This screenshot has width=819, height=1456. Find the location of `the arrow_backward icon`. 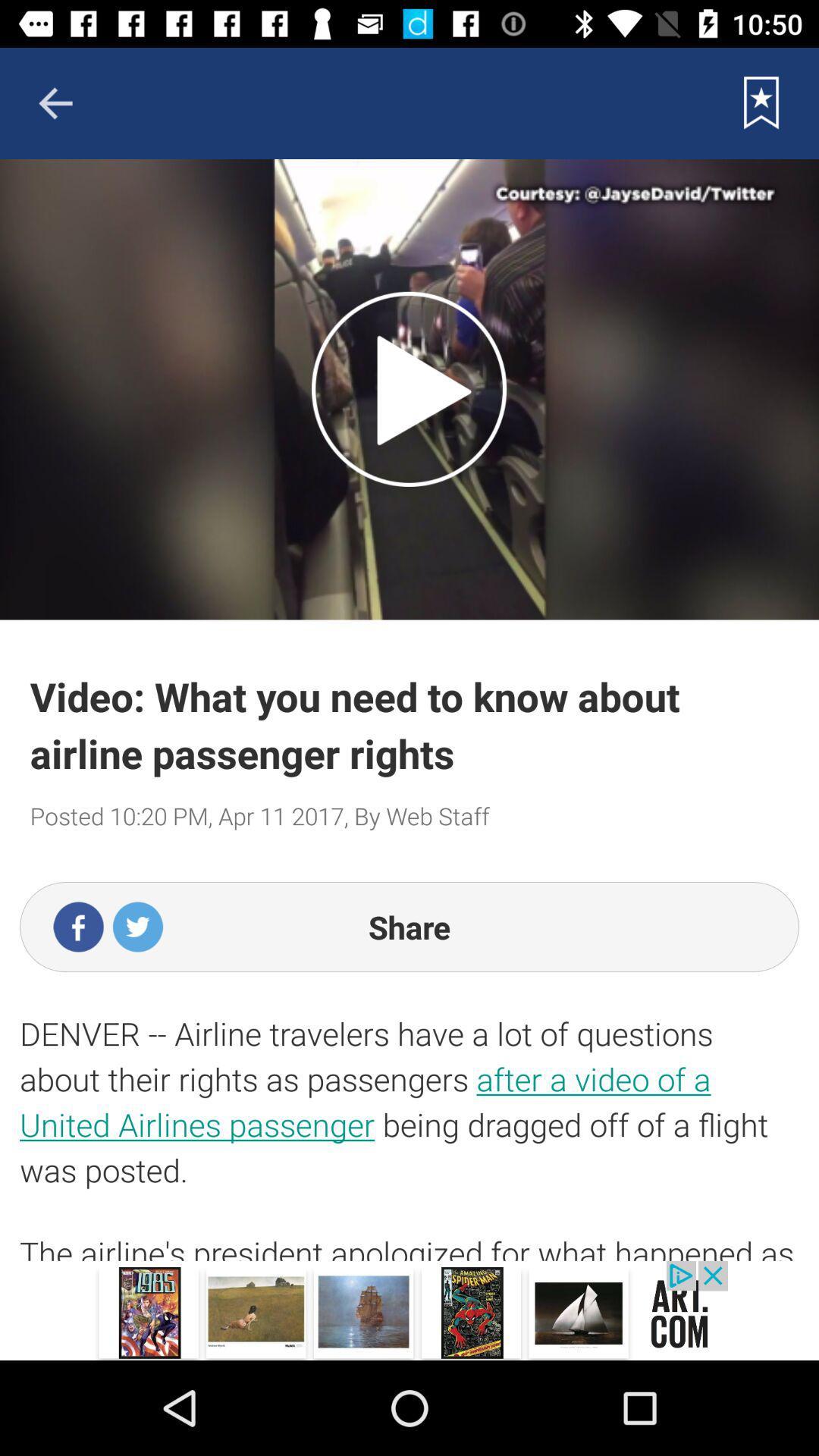

the arrow_backward icon is located at coordinates (55, 102).